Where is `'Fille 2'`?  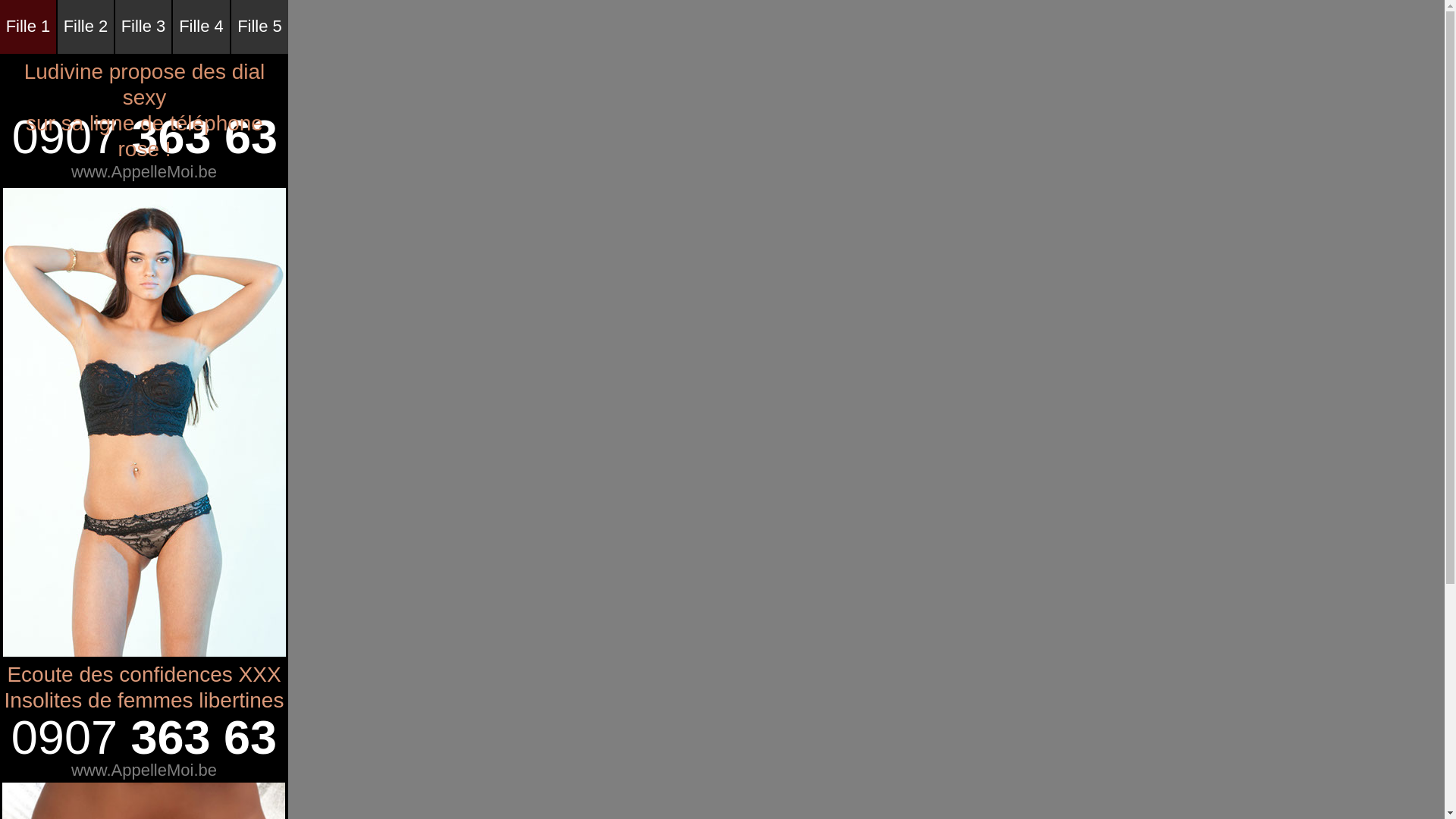
'Fille 2' is located at coordinates (85, 27).